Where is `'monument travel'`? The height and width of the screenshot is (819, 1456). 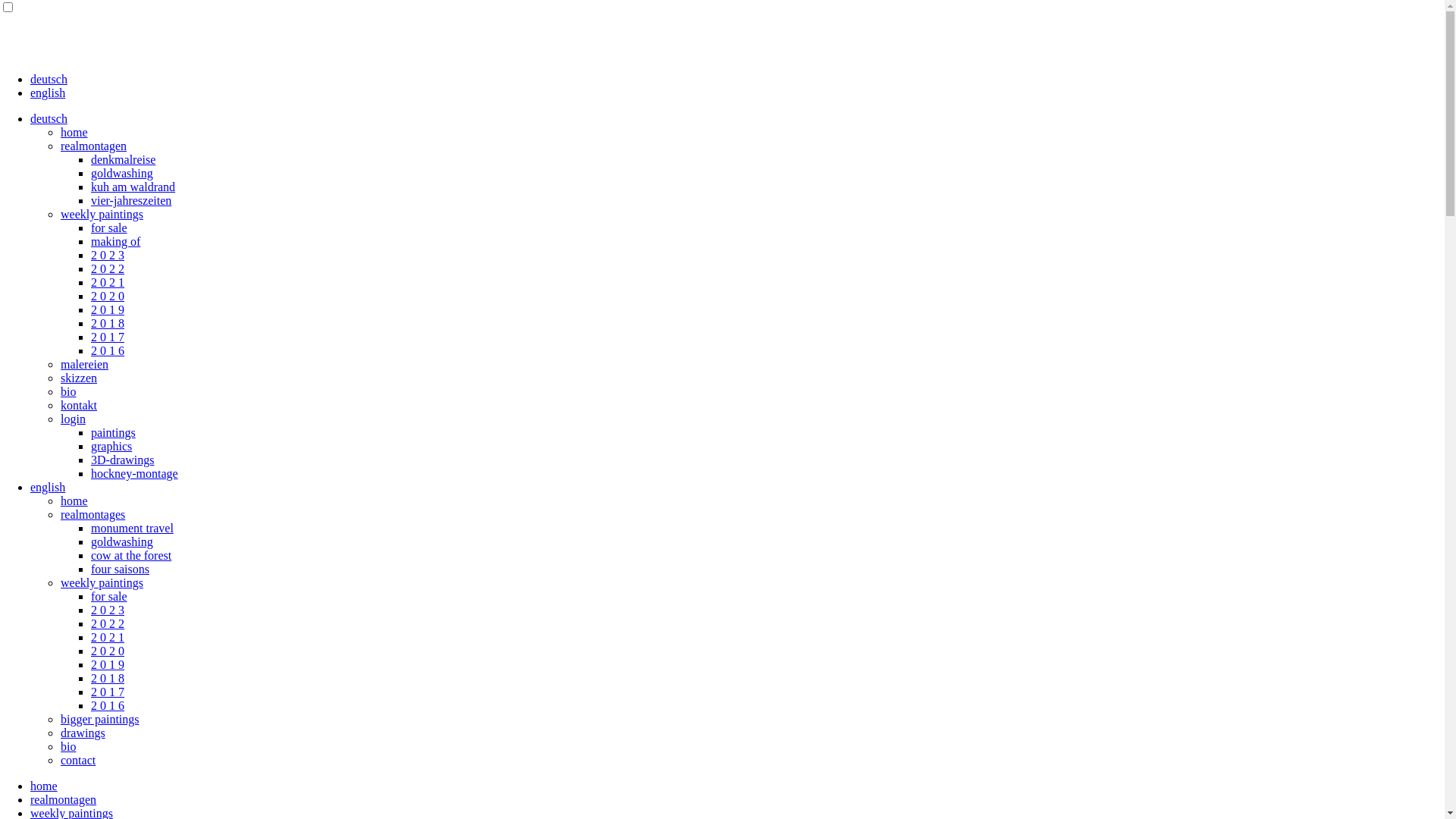 'monument travel' is located at coordinates (132, 527).